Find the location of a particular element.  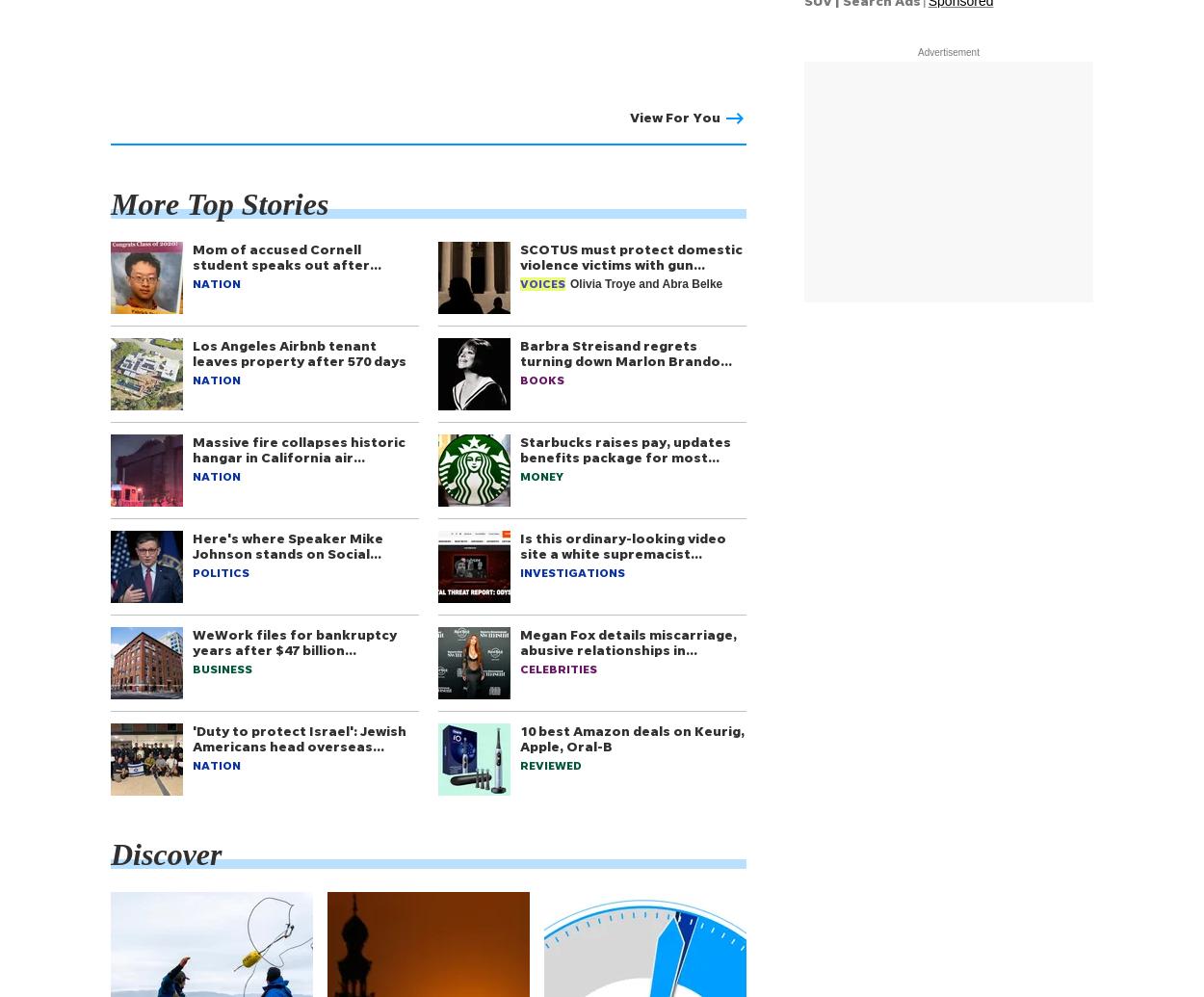

'Massive fire collapses historic hangar in California air…' is located at coordinates (299, 449).